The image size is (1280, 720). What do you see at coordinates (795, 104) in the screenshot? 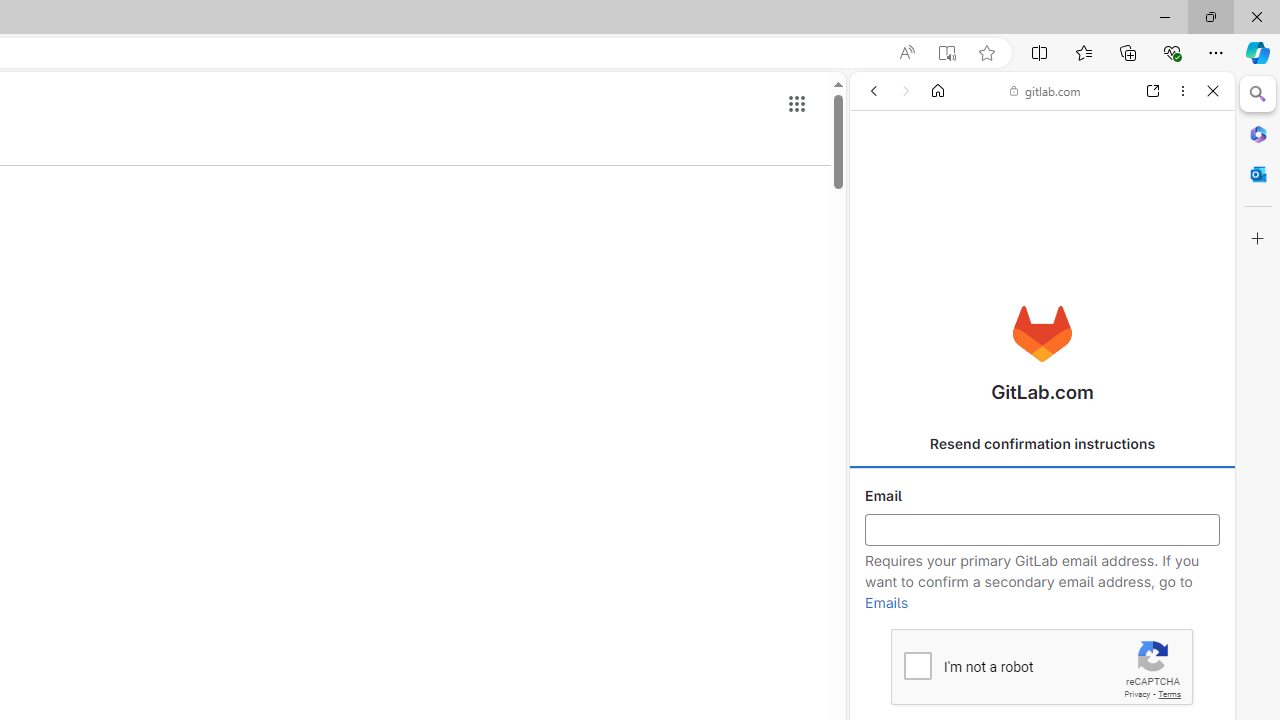
I see `'Google apps'` at bounding box center [795, 104].